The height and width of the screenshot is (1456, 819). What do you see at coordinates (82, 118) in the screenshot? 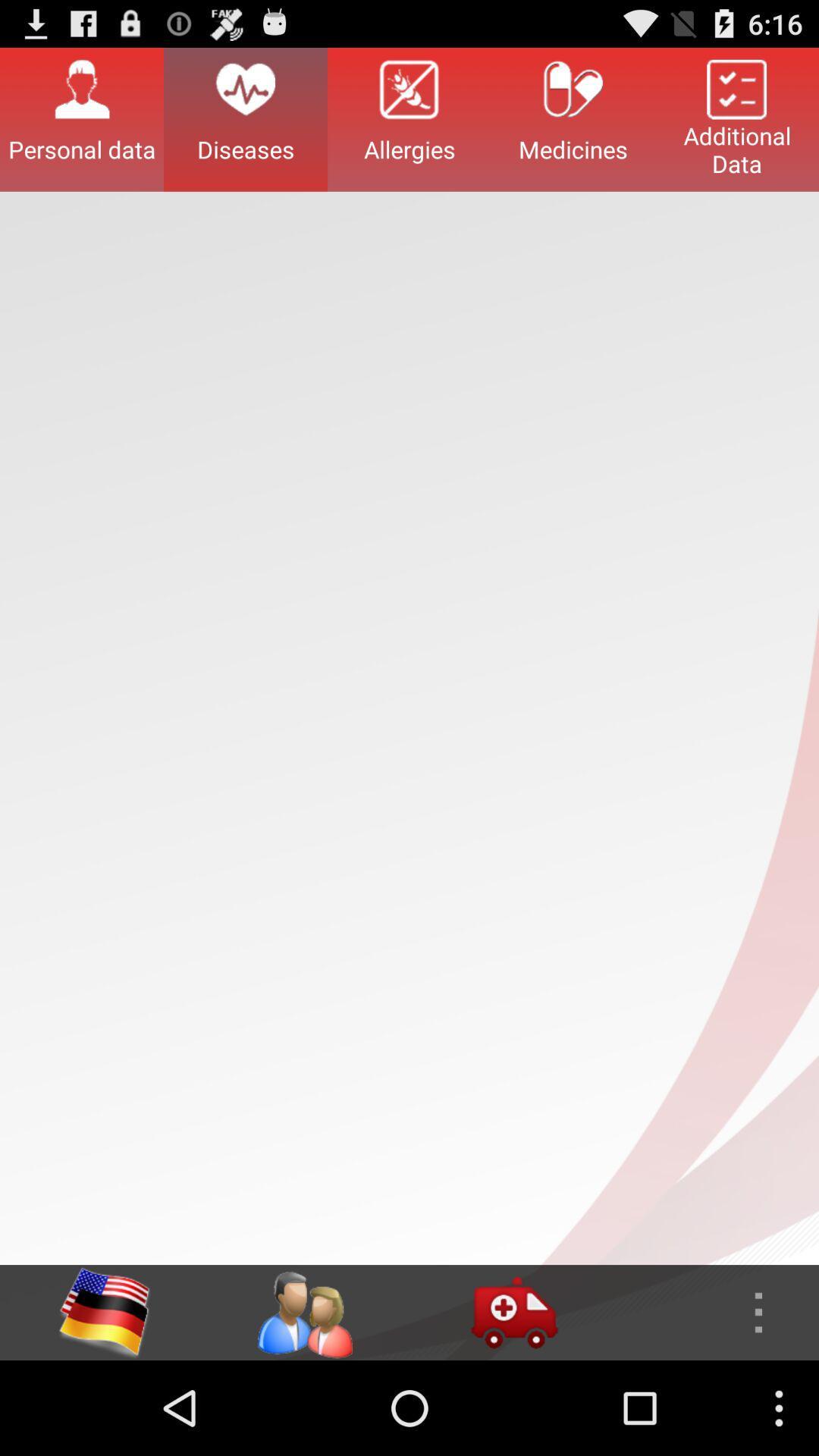
I see `the personal data button` at bounding box center [82, 118].